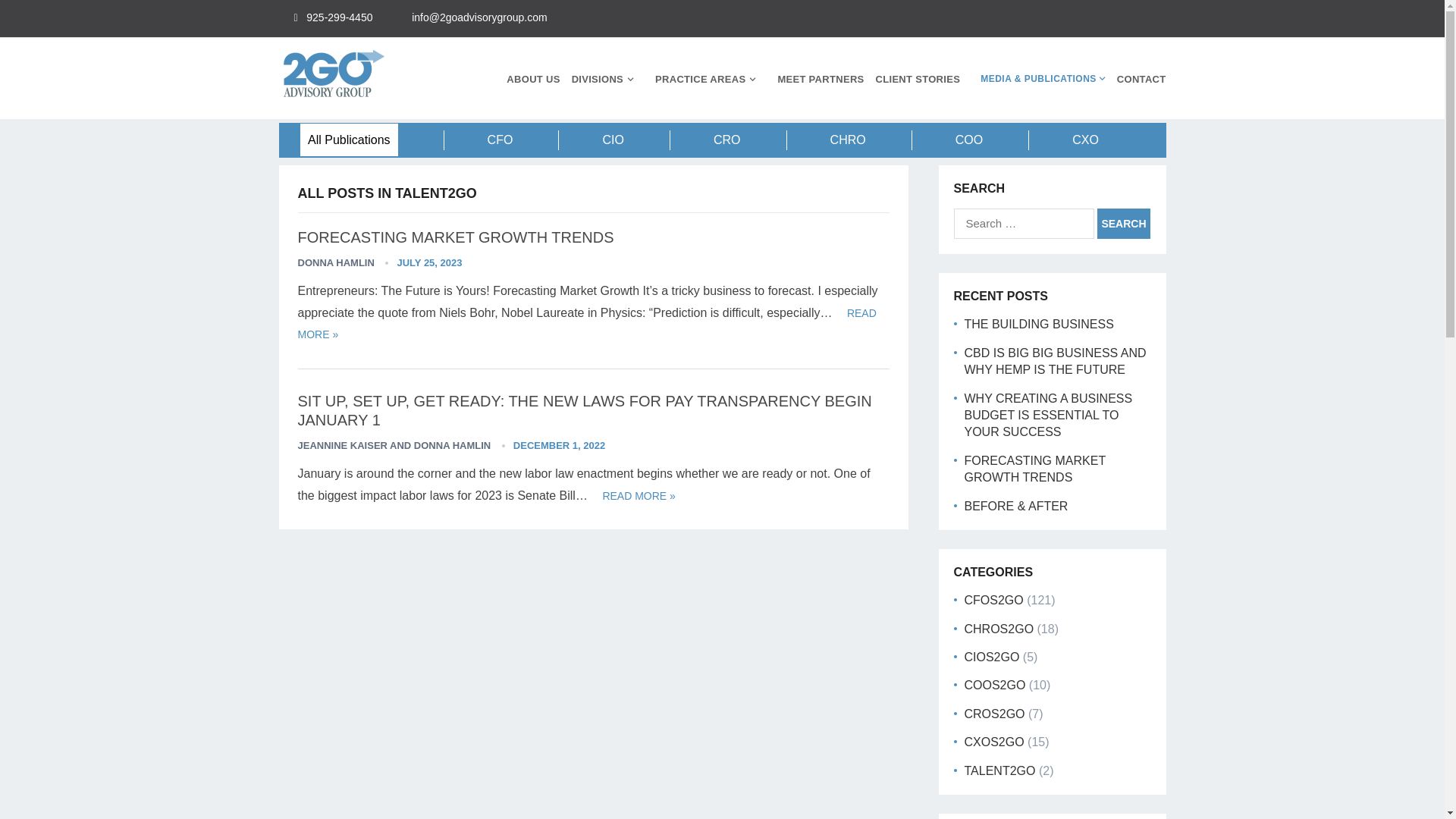  What do you see at coordinates (994, 741) in the screenshot?
I see `'CXOS2GO'` at bounding box center [994, 741].